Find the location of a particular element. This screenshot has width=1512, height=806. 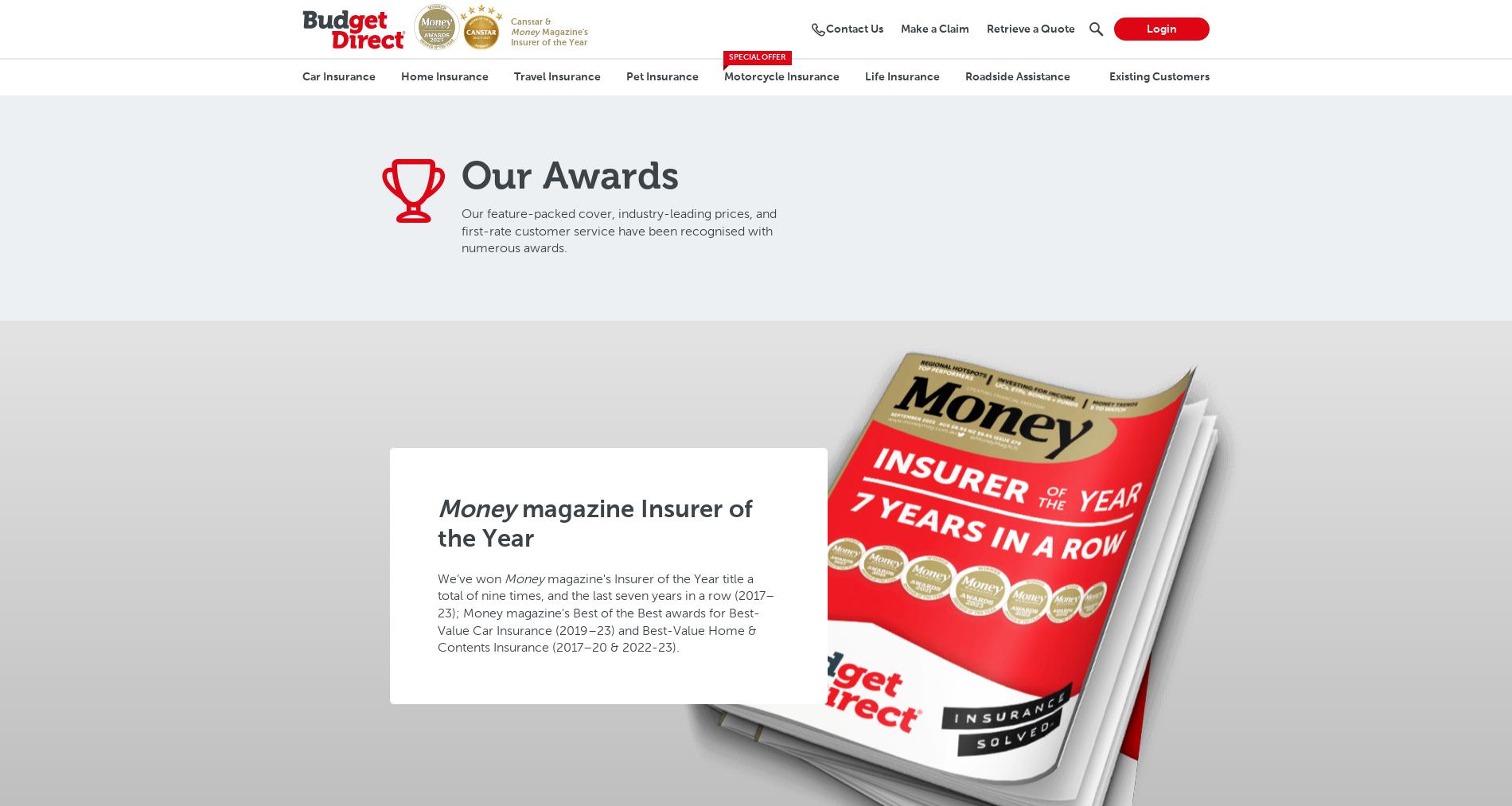

'Retrieve a Quote' is located at coordinates (1030, 28).